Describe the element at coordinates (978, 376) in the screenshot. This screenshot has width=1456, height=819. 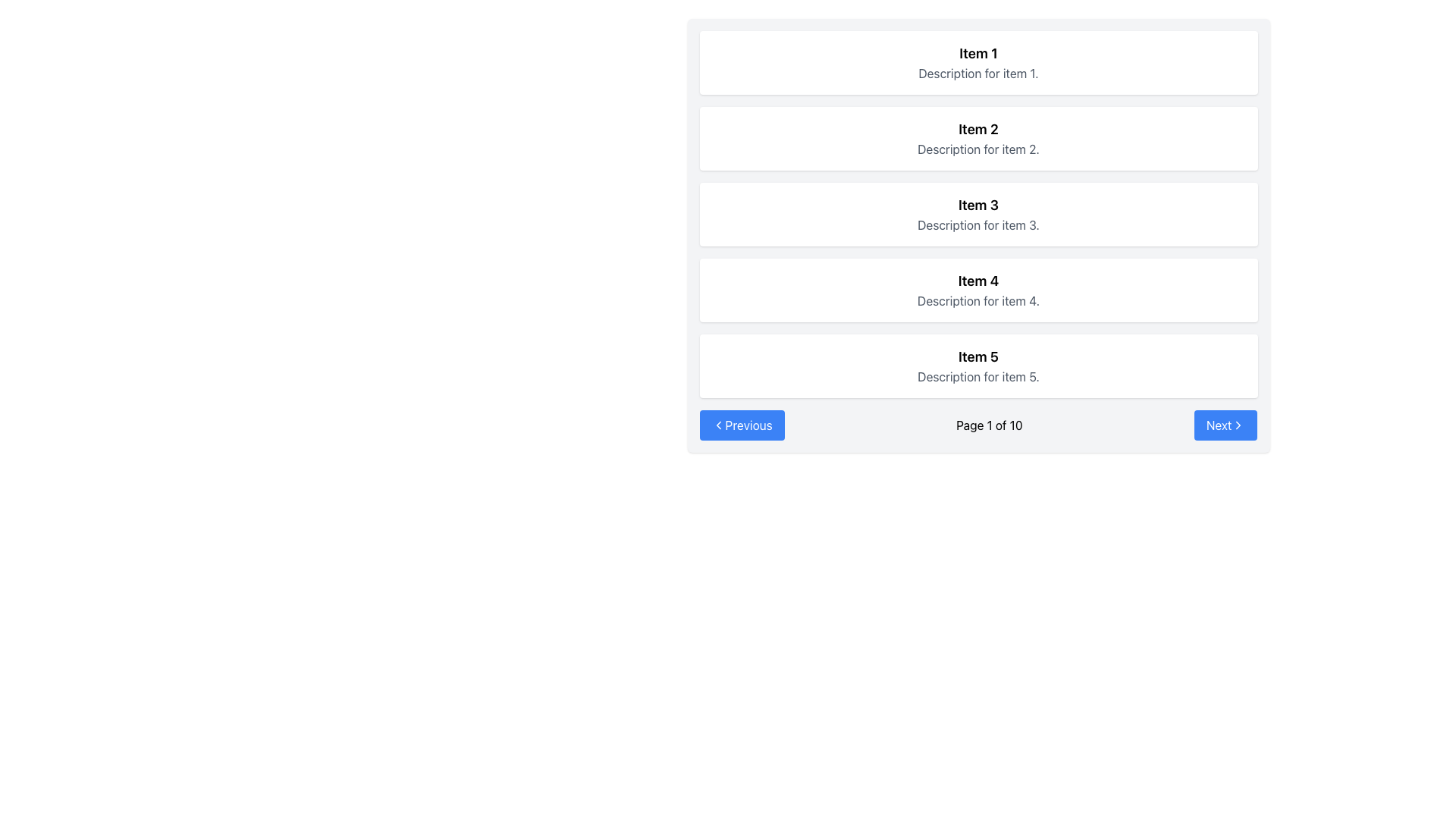
I see `descriptive text located in the box below the title 'Item 5', which is the fifth item in a vertical list layout` at that location.